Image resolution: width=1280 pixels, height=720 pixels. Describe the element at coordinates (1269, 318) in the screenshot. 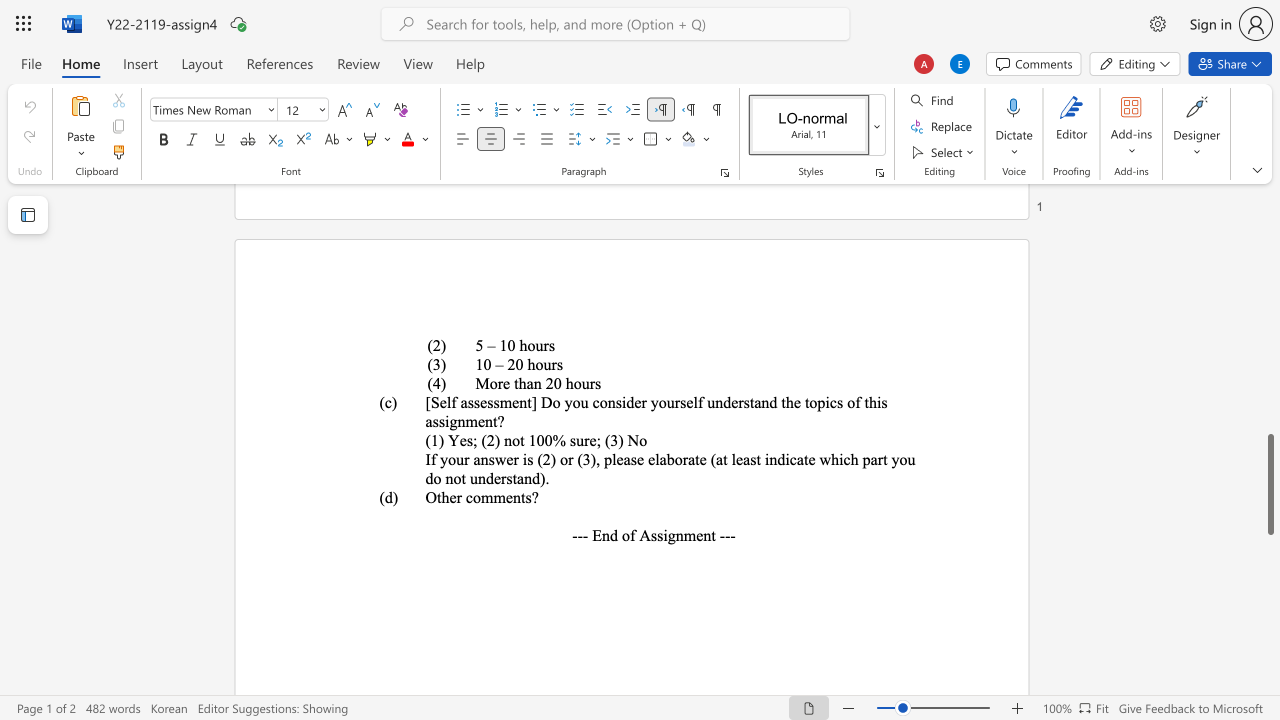

I see `the scrollbar to move the content higher` at that location.